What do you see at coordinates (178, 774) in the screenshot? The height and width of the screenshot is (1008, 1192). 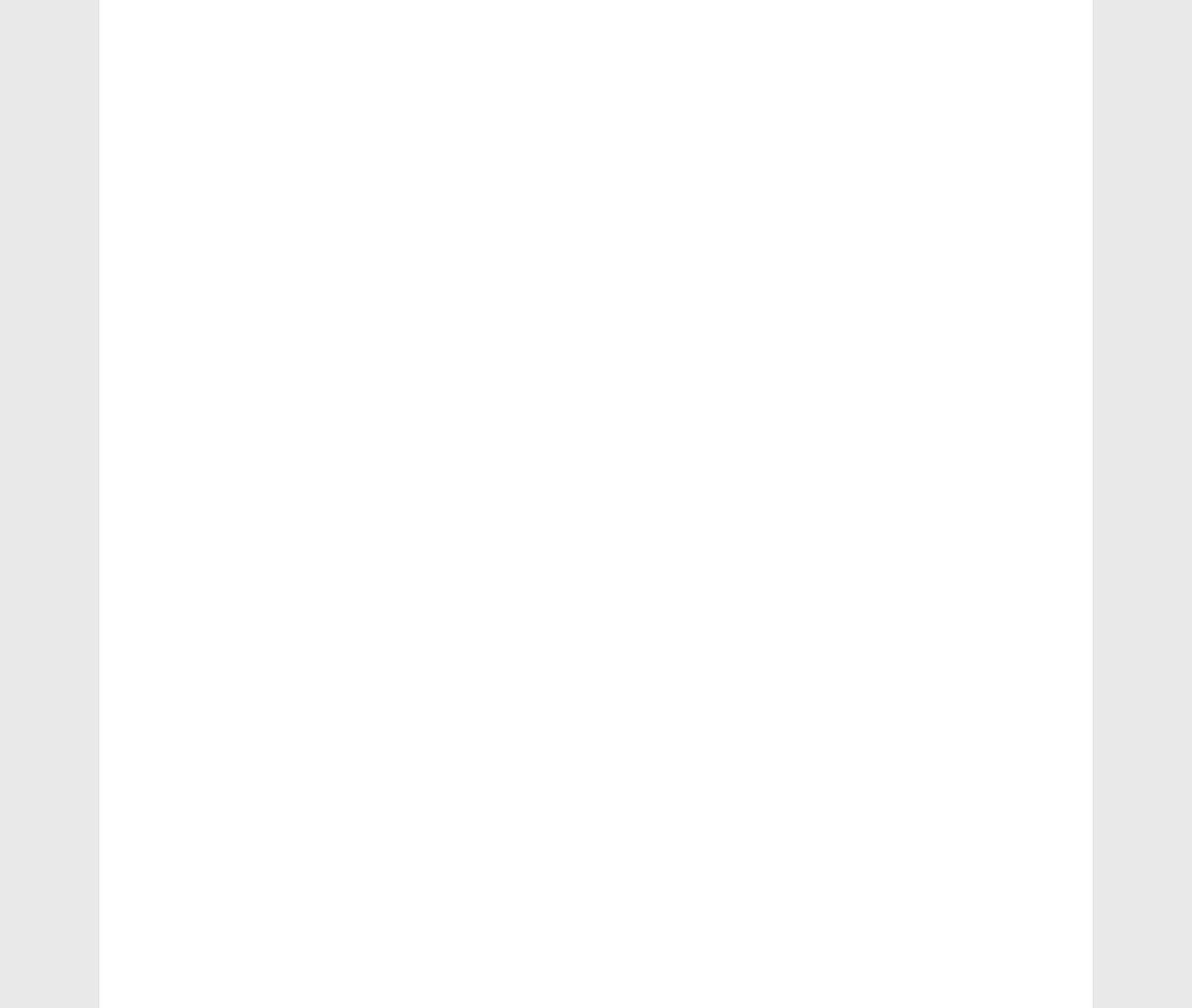 I see `'Volume'` at bounding box center [178, 774].